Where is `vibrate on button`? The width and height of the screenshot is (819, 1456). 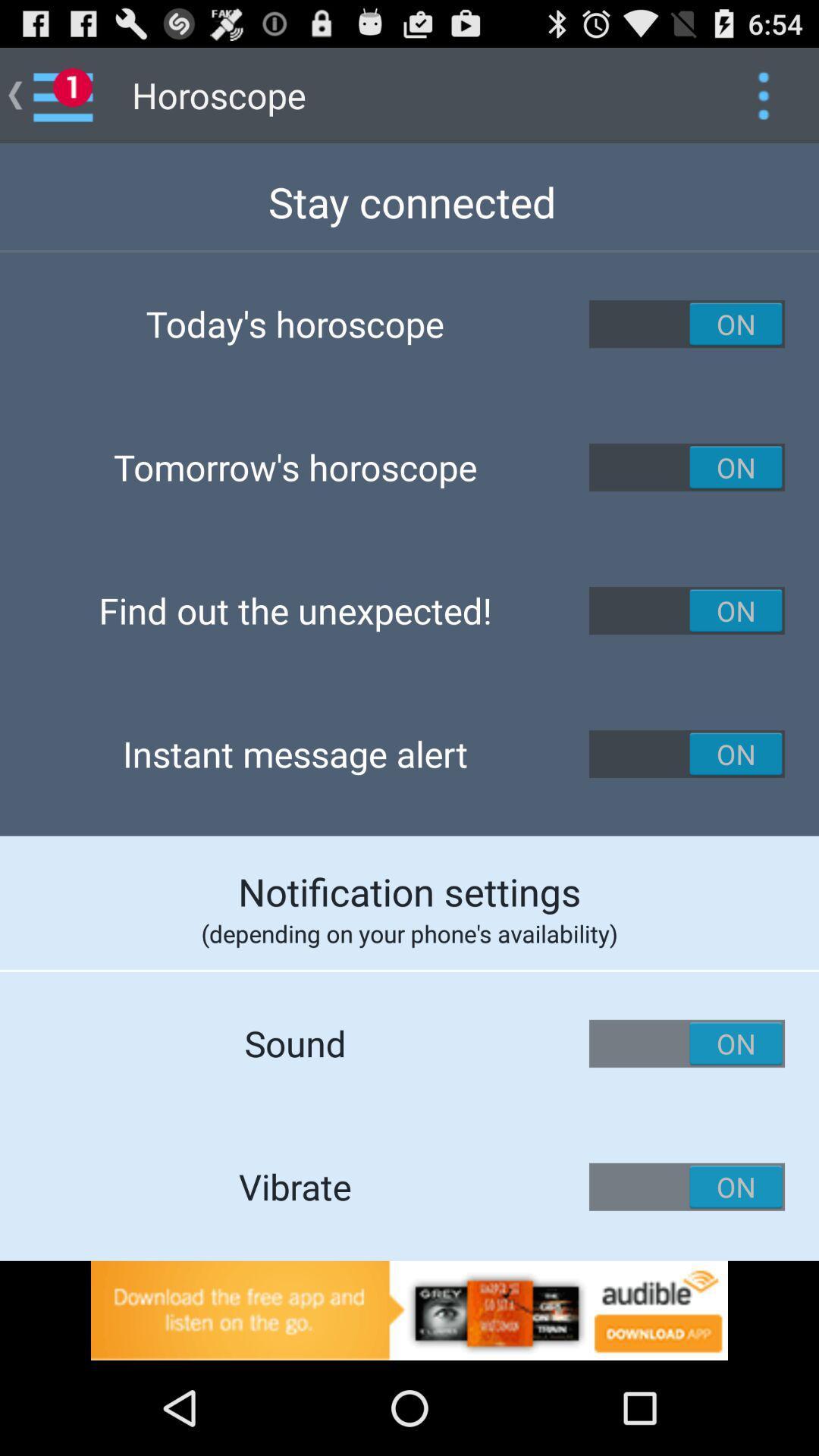
vibrate on button is located at coordinates (687, 1186).